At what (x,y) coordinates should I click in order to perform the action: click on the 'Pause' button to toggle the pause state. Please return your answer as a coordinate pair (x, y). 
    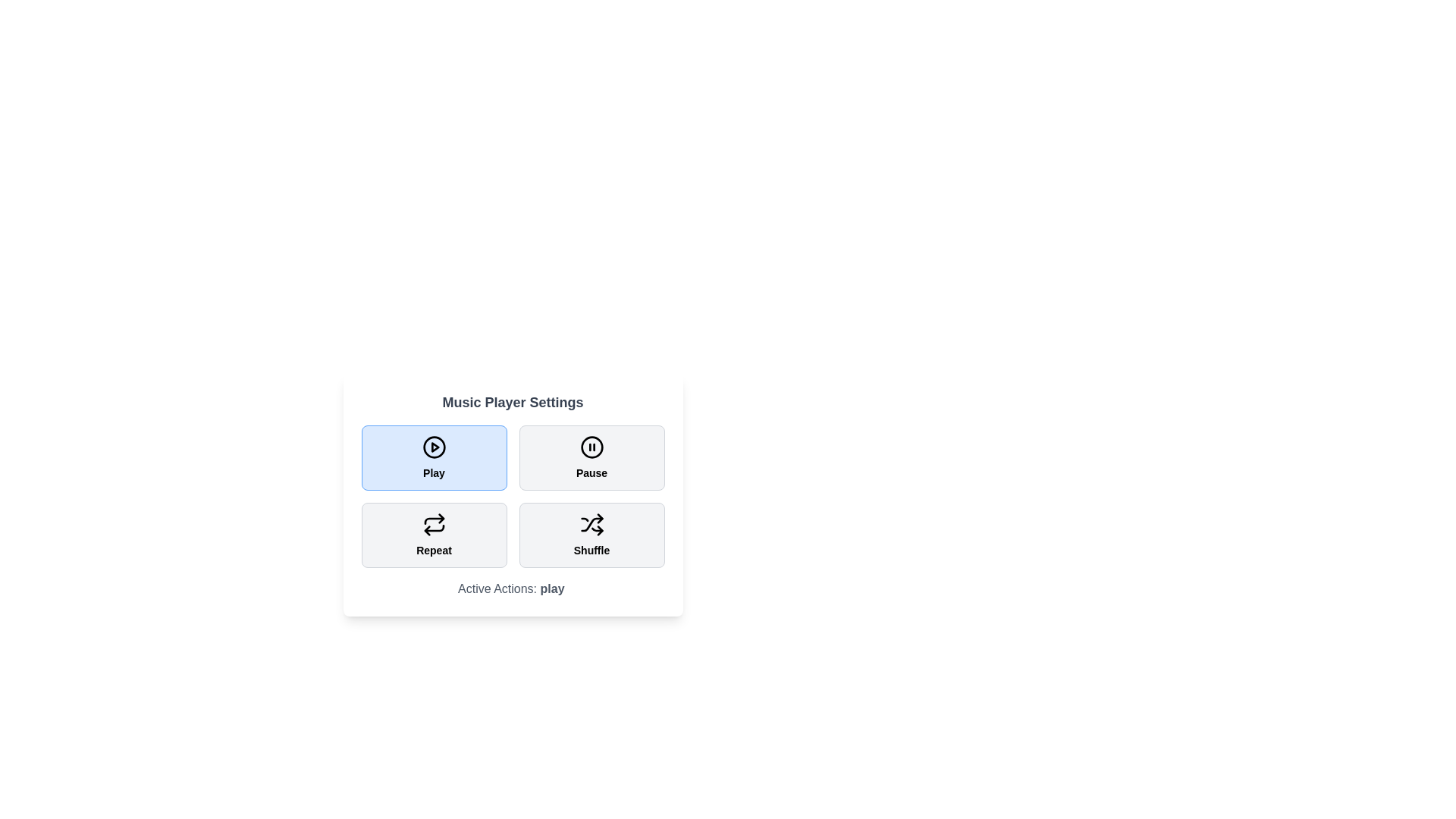
    Looking at the image, I should click on (591, 457).